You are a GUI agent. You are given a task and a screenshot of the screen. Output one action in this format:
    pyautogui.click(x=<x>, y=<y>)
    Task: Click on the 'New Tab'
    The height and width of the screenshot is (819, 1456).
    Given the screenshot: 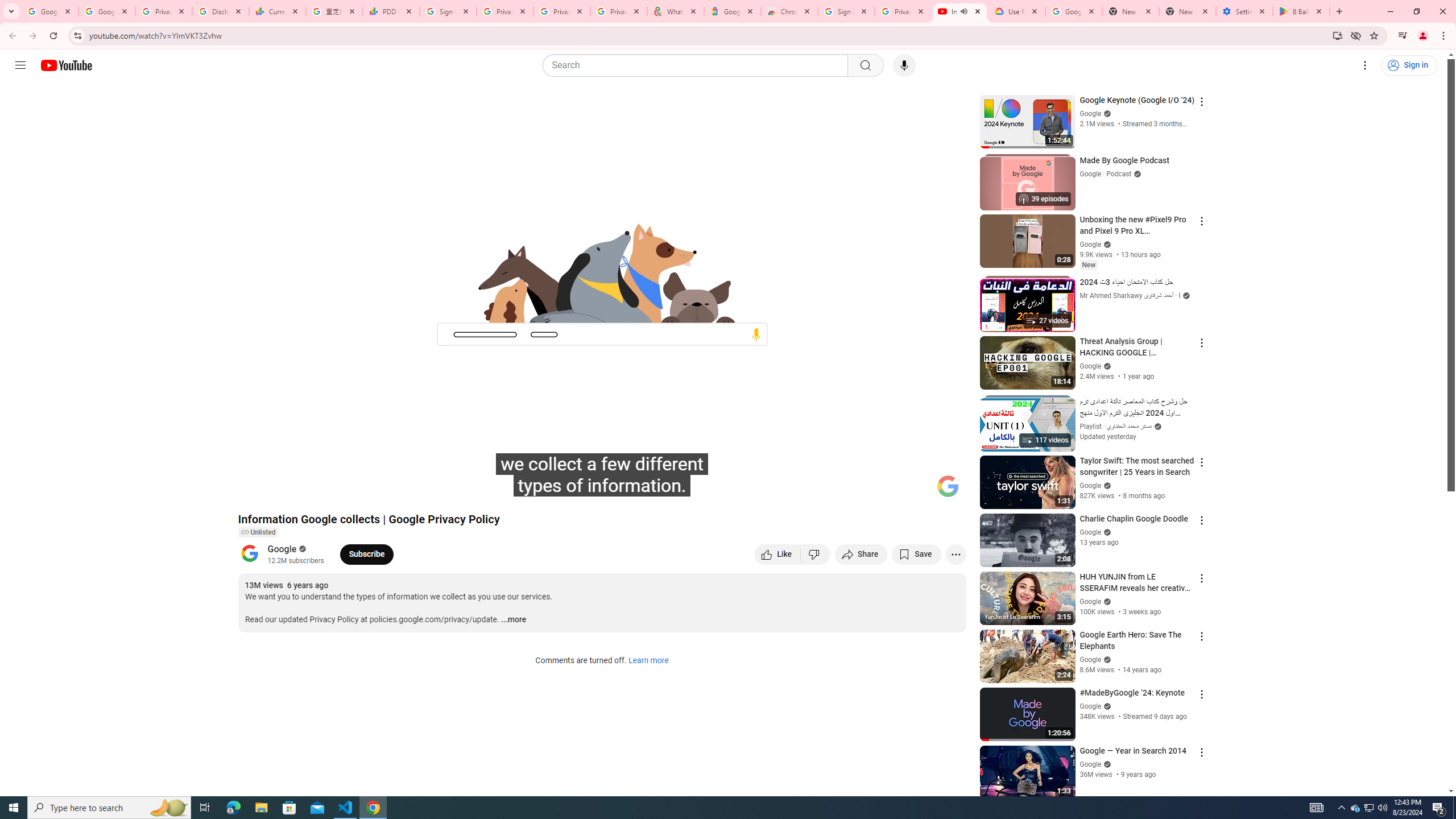 What is the action you would take?
    pyautogui.click(x=1187, y=11)
    